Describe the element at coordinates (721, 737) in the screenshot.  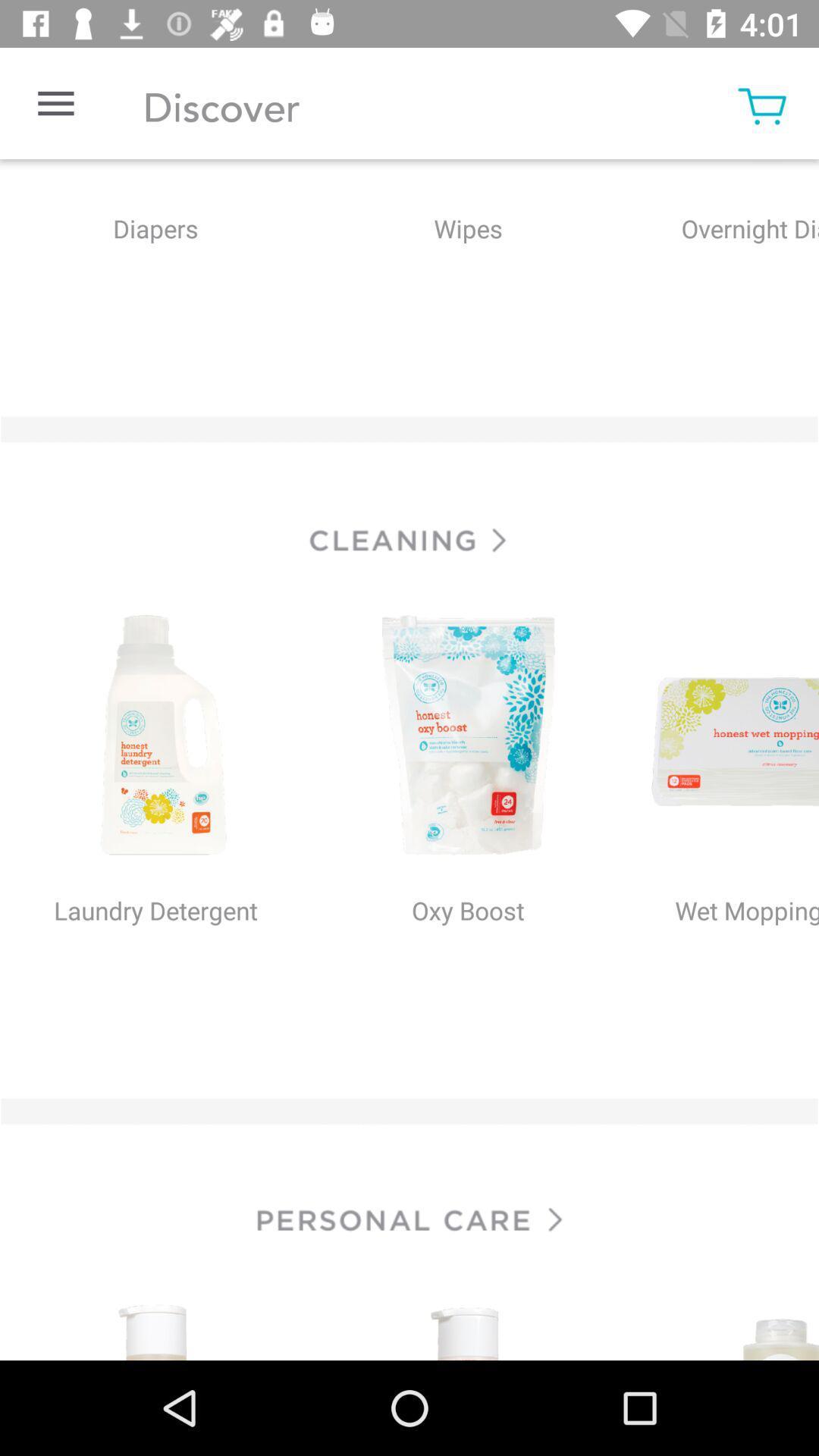
I see `top of wet mopping` at that location.